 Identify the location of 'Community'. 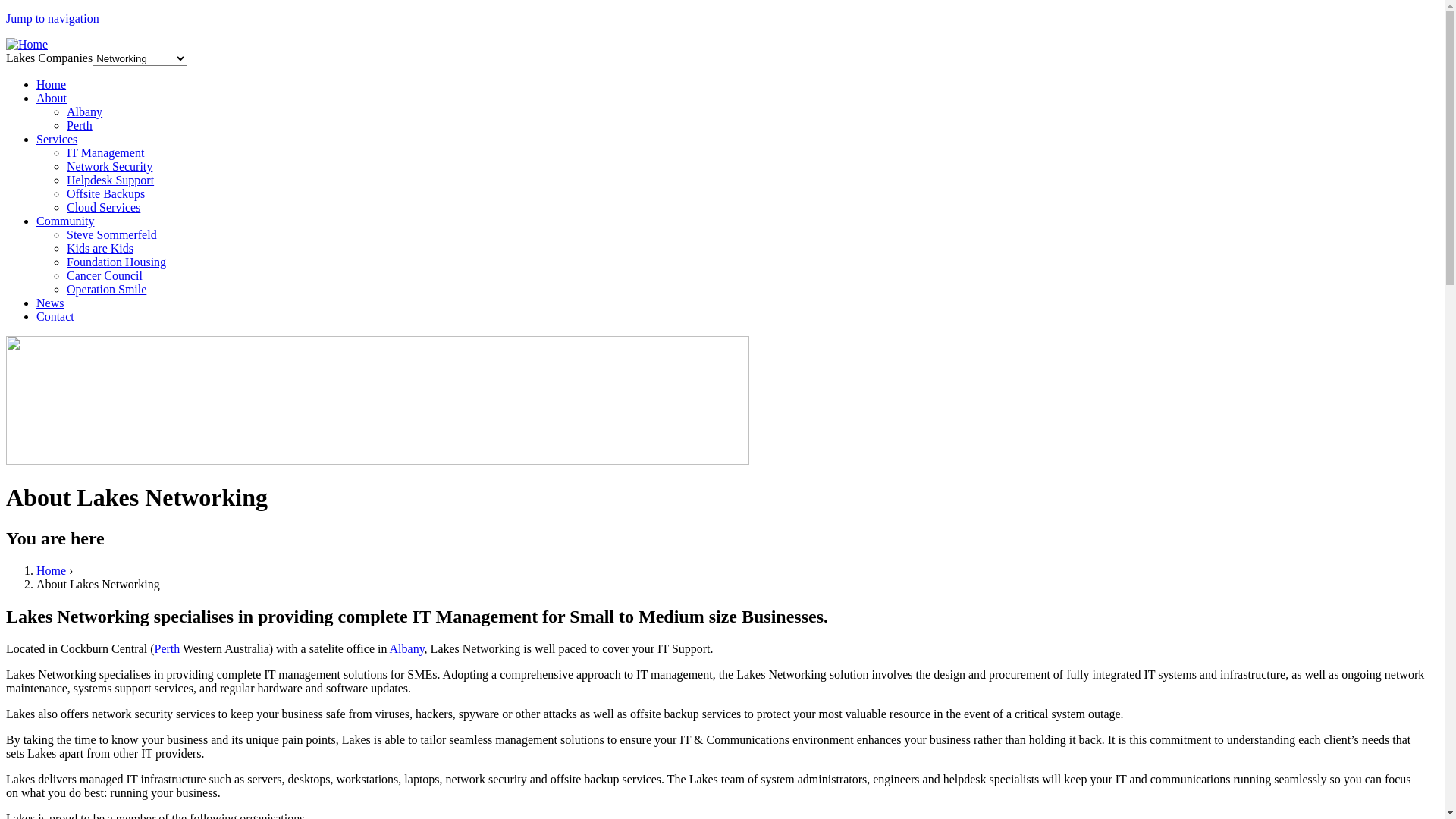
(64, 221).